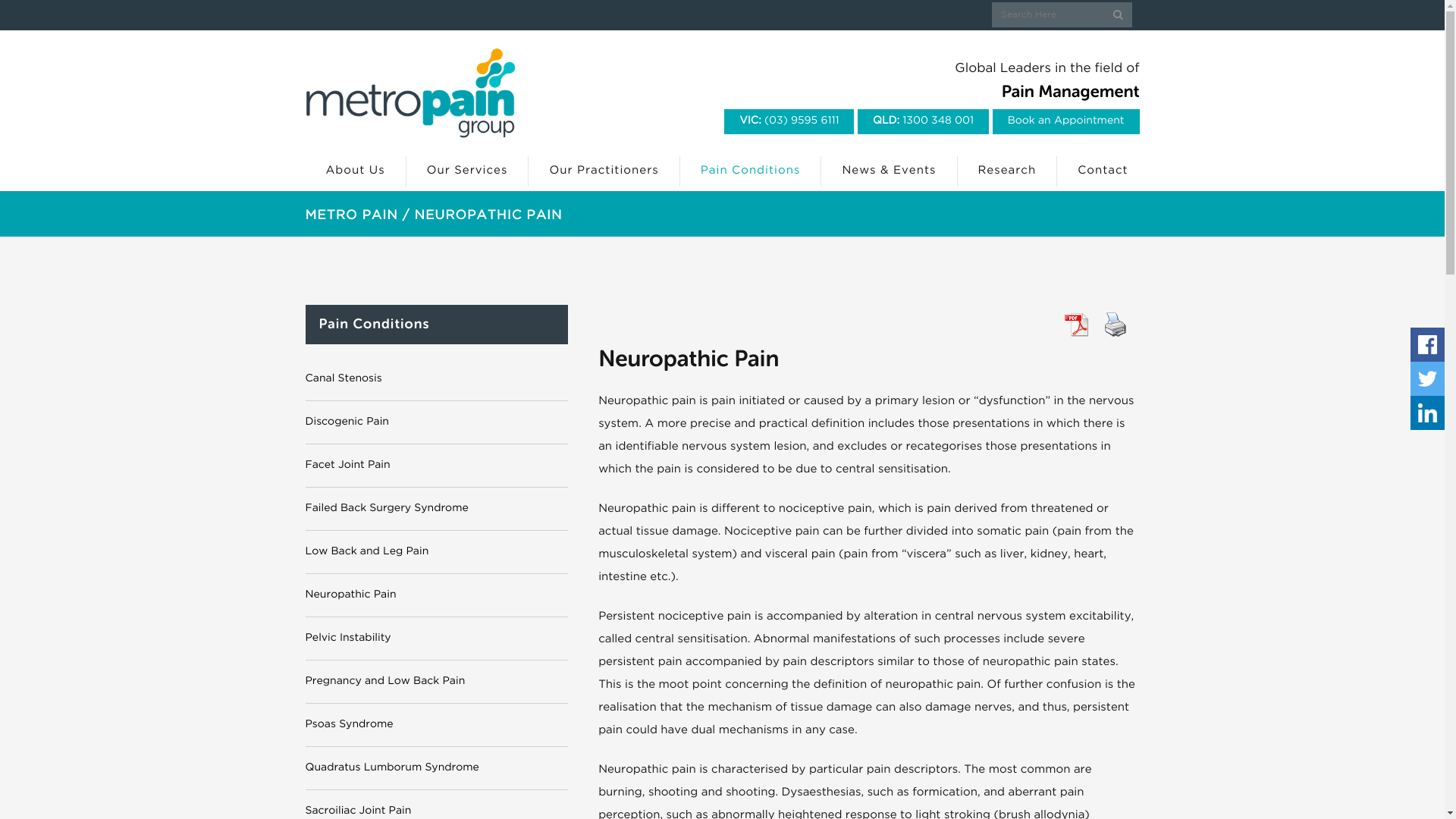 The height and width of the screenshot is (819, 1456). Describe the element at coordinates (1410, 344) in the screenshot. I see `'Share on Facebook'` at that location.